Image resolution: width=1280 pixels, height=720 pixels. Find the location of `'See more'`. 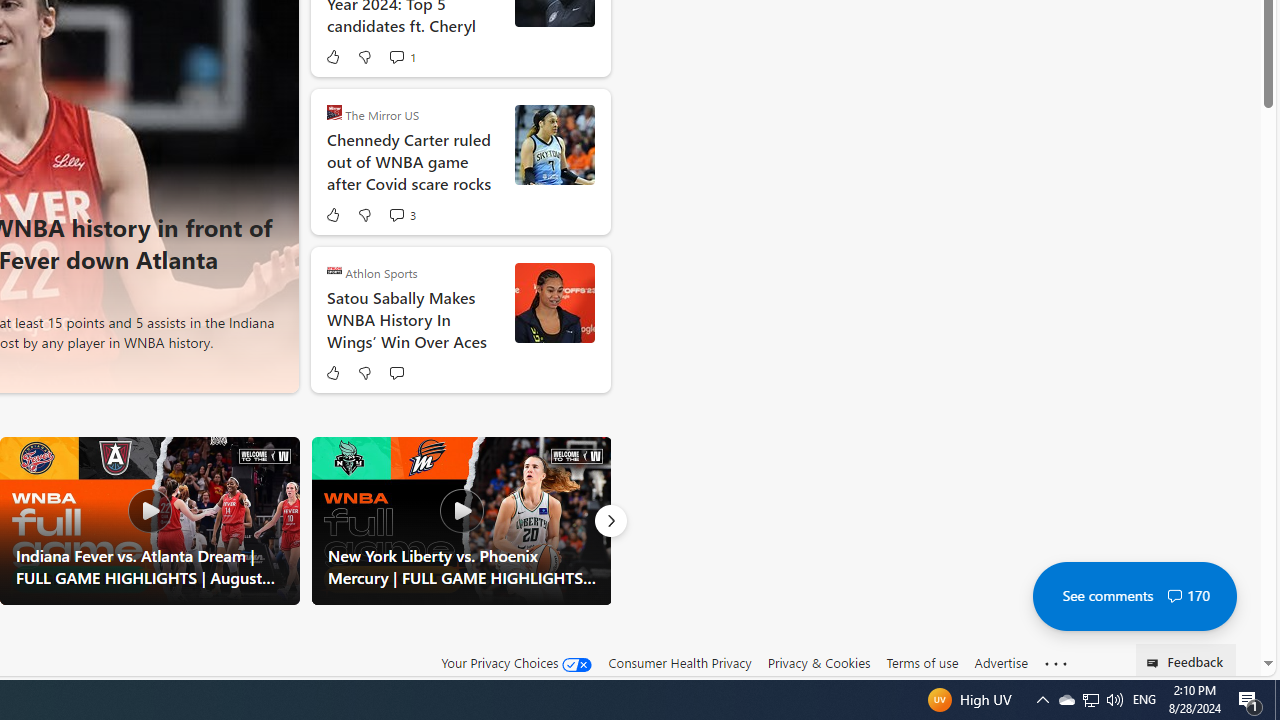

'See more' is located at coordinates (1055, 664).